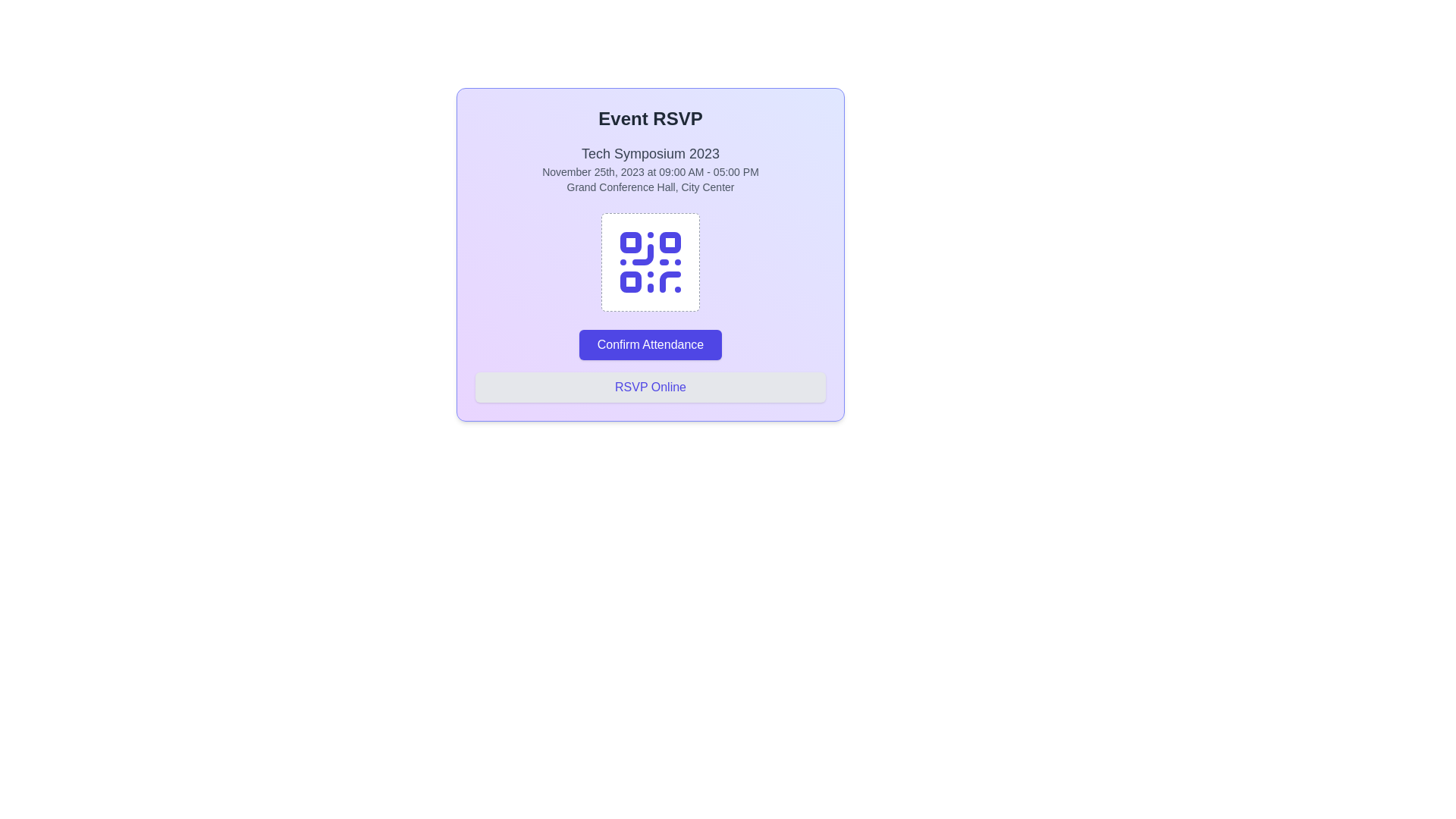 This screenshot has height=819, width=1456. Describe the element at coordinates (643, 253) in the screenshot. I see `the dark blue curved line segment of the QR code located in the right-middle section of the QR code icon on the RSVP card` at that location.